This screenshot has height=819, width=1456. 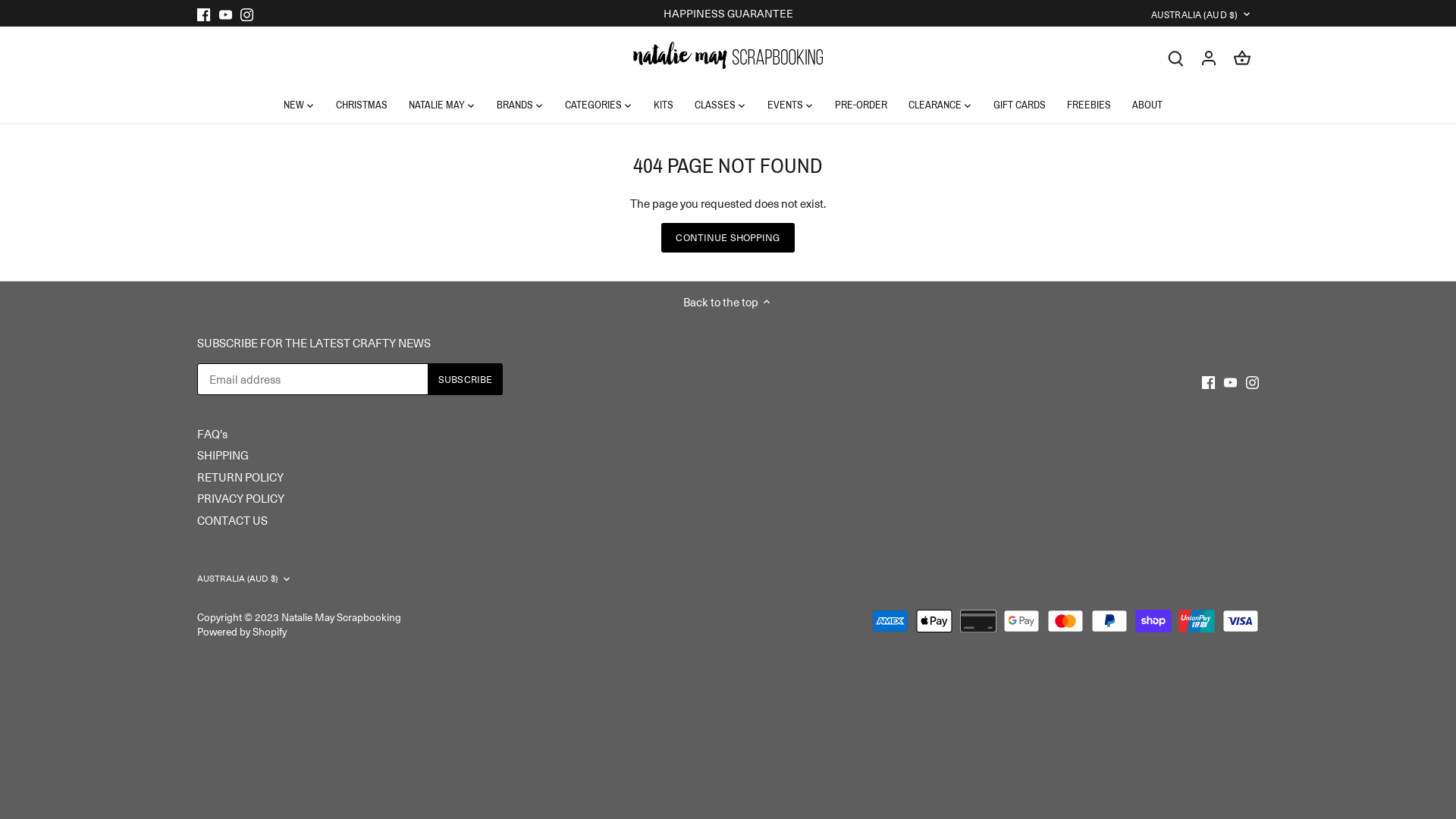 I want to click on 'Natalie May Scrapbooking', so click(x=340, y=617).